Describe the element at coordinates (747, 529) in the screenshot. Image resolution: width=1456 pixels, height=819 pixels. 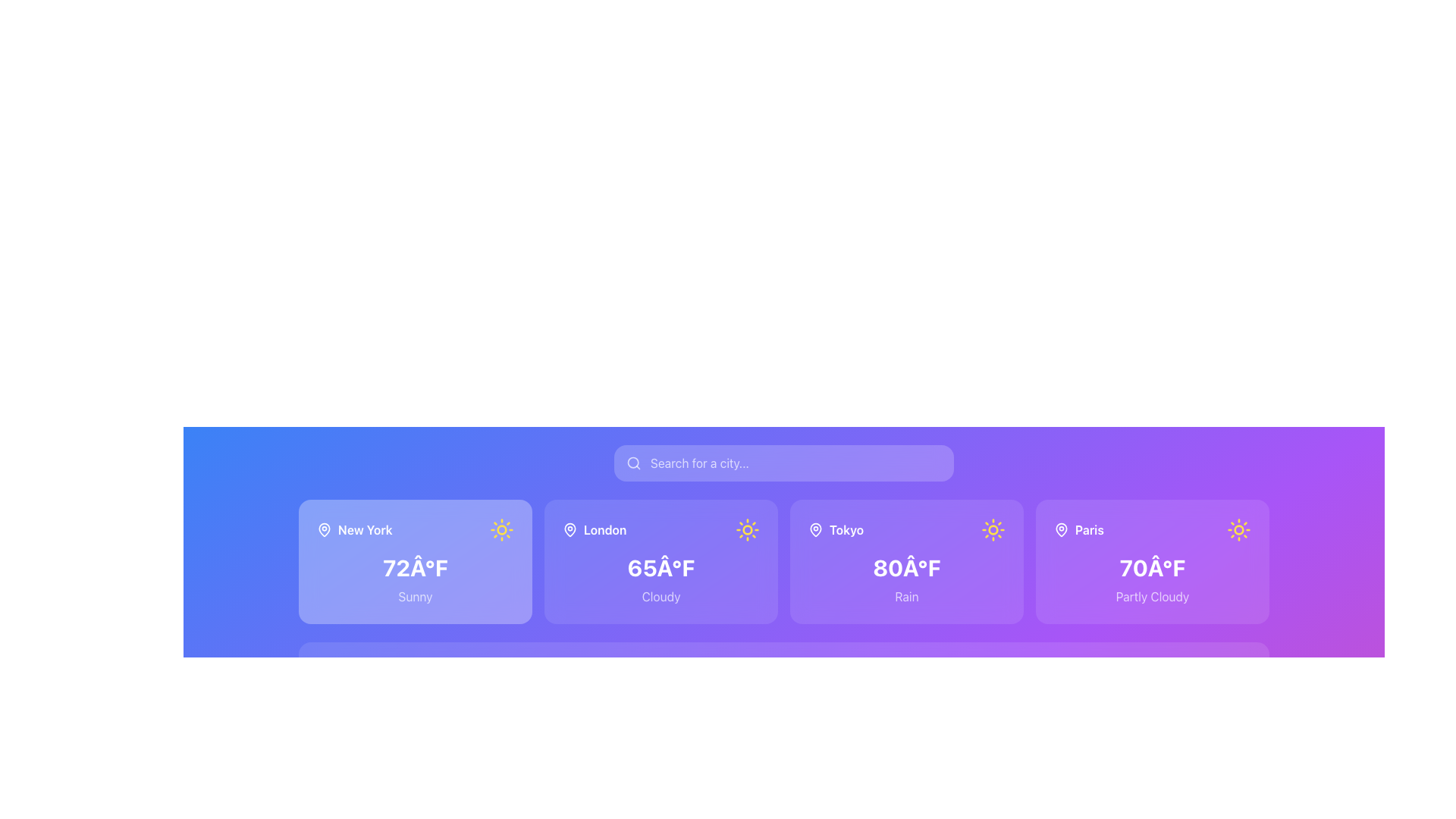
I see `the sun icon located within the 'London' card, which has a circular center with radiating rays and is colored yellow on a light background` at that location.